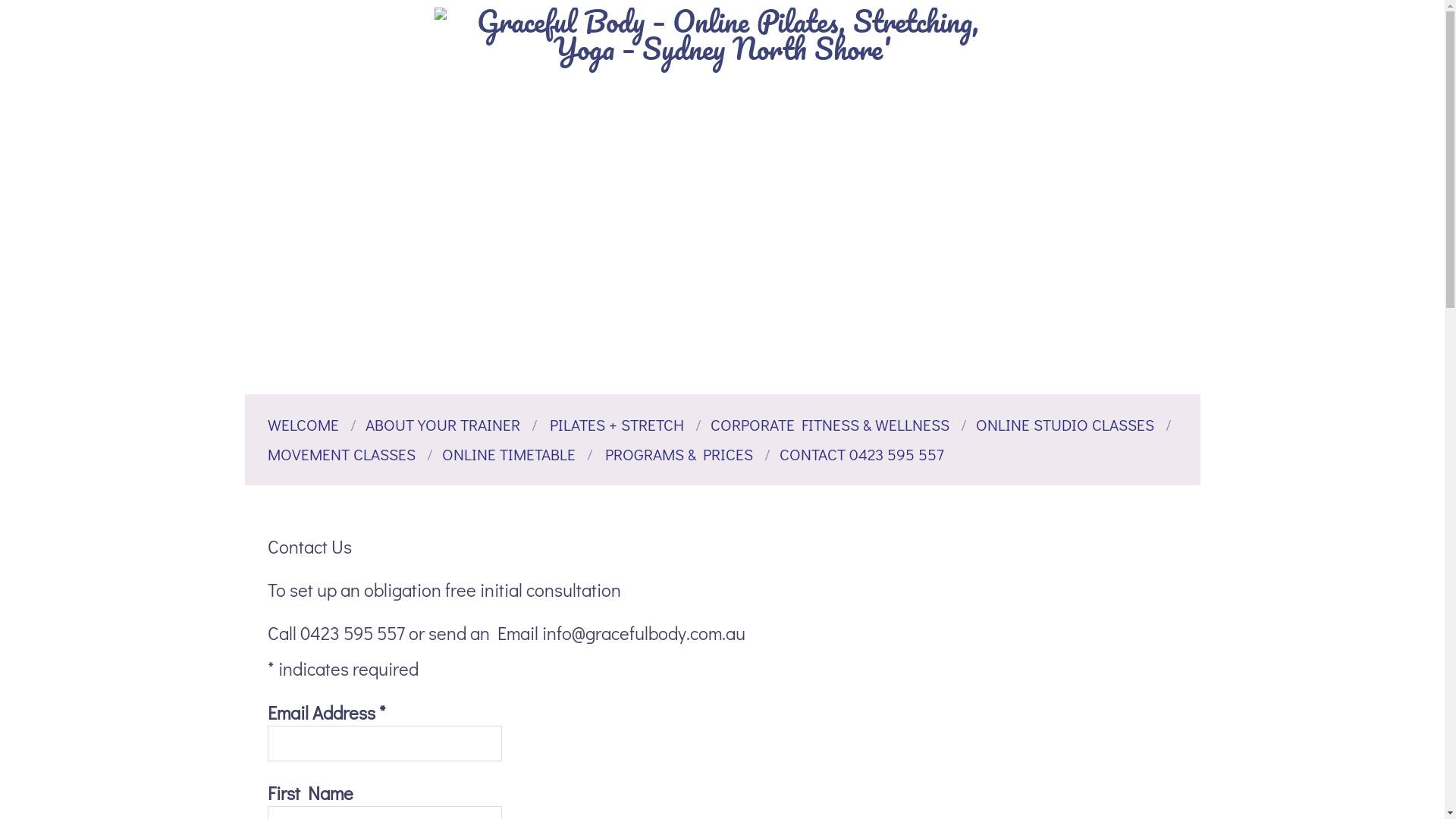  I want to click on 'MOVEMENT CLASSES', so click(266, 453).